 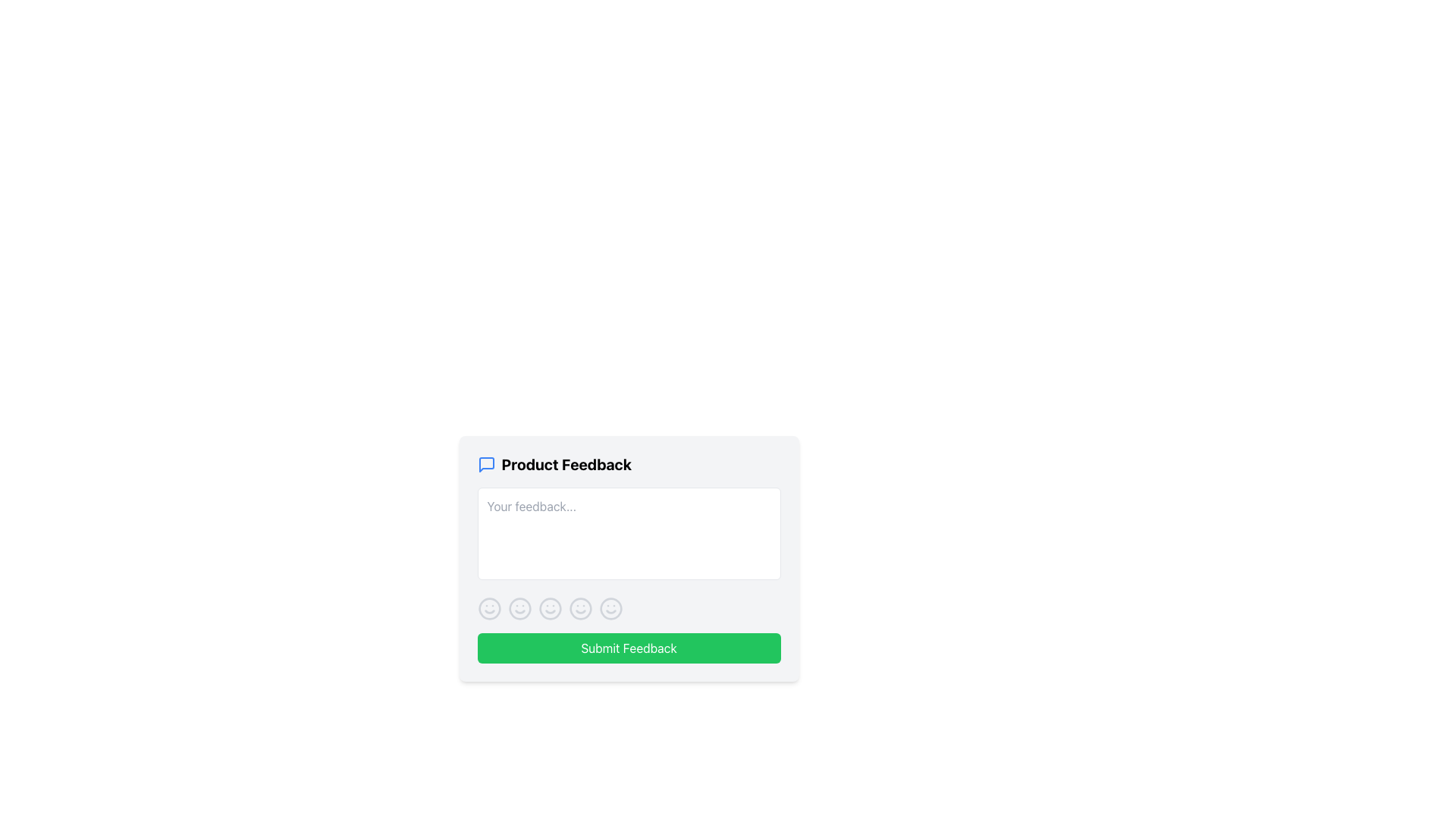 What do you see at coordinates (629, 464) in the screenshot?
I see `the Label with Icon that consists of a blue message bubble icon followed by the bold text 'Product Feedback', located at the top-left section of a card layout` at bounding box center [629, 464].